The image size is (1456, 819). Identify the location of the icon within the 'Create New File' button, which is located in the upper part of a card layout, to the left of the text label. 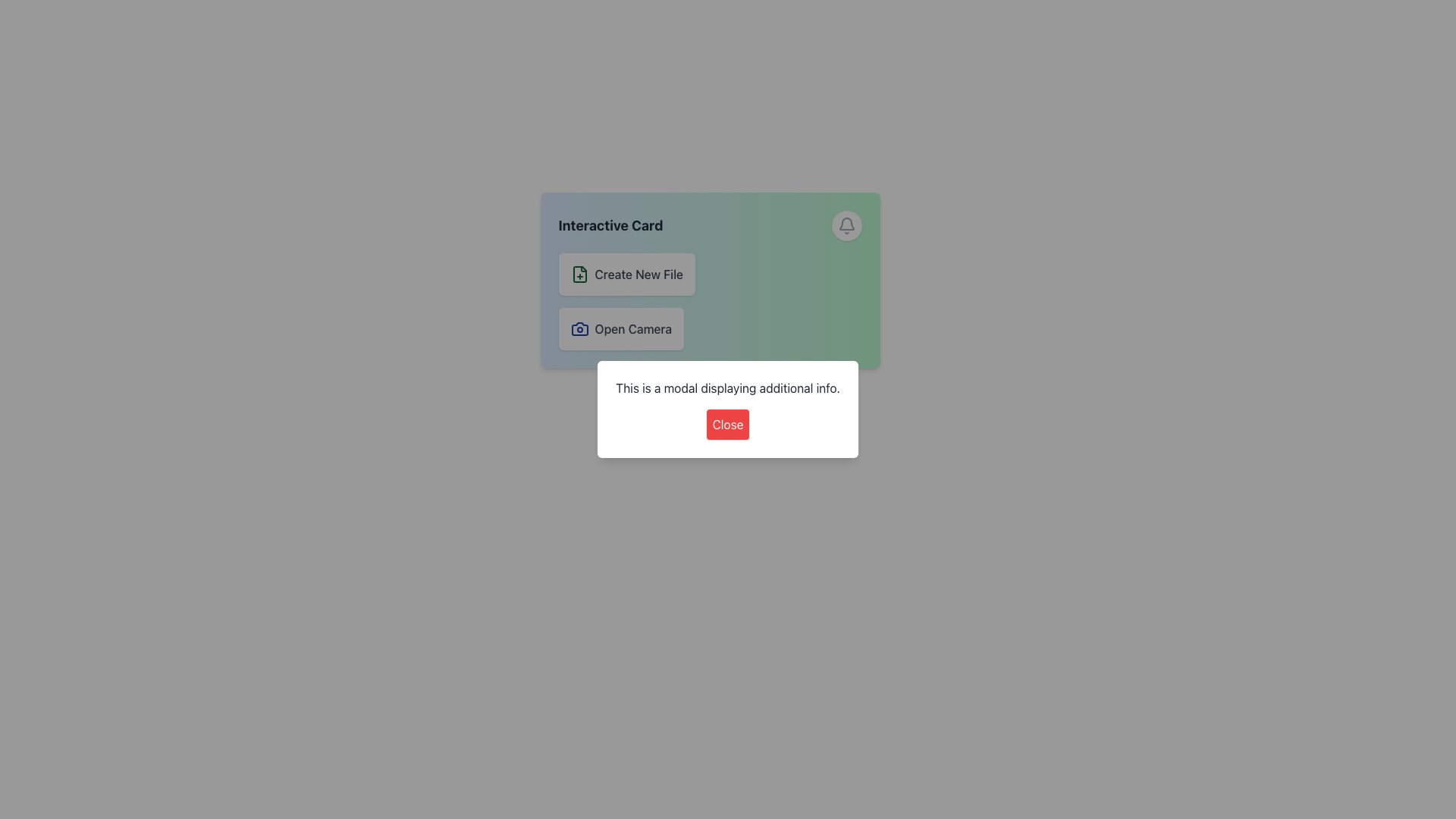
(579, 275).